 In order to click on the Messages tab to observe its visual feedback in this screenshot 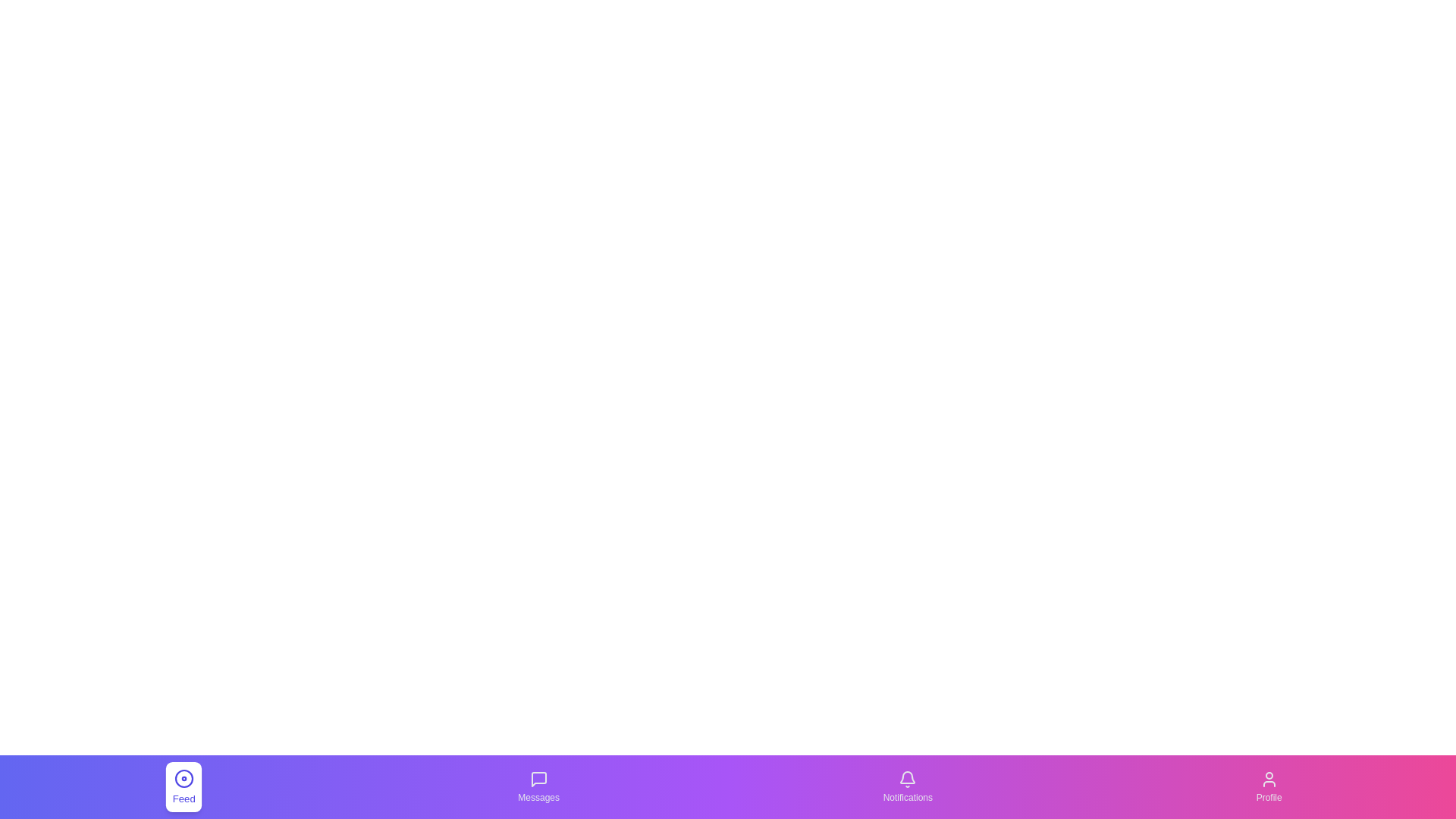, I will do `click(538, 786)`.